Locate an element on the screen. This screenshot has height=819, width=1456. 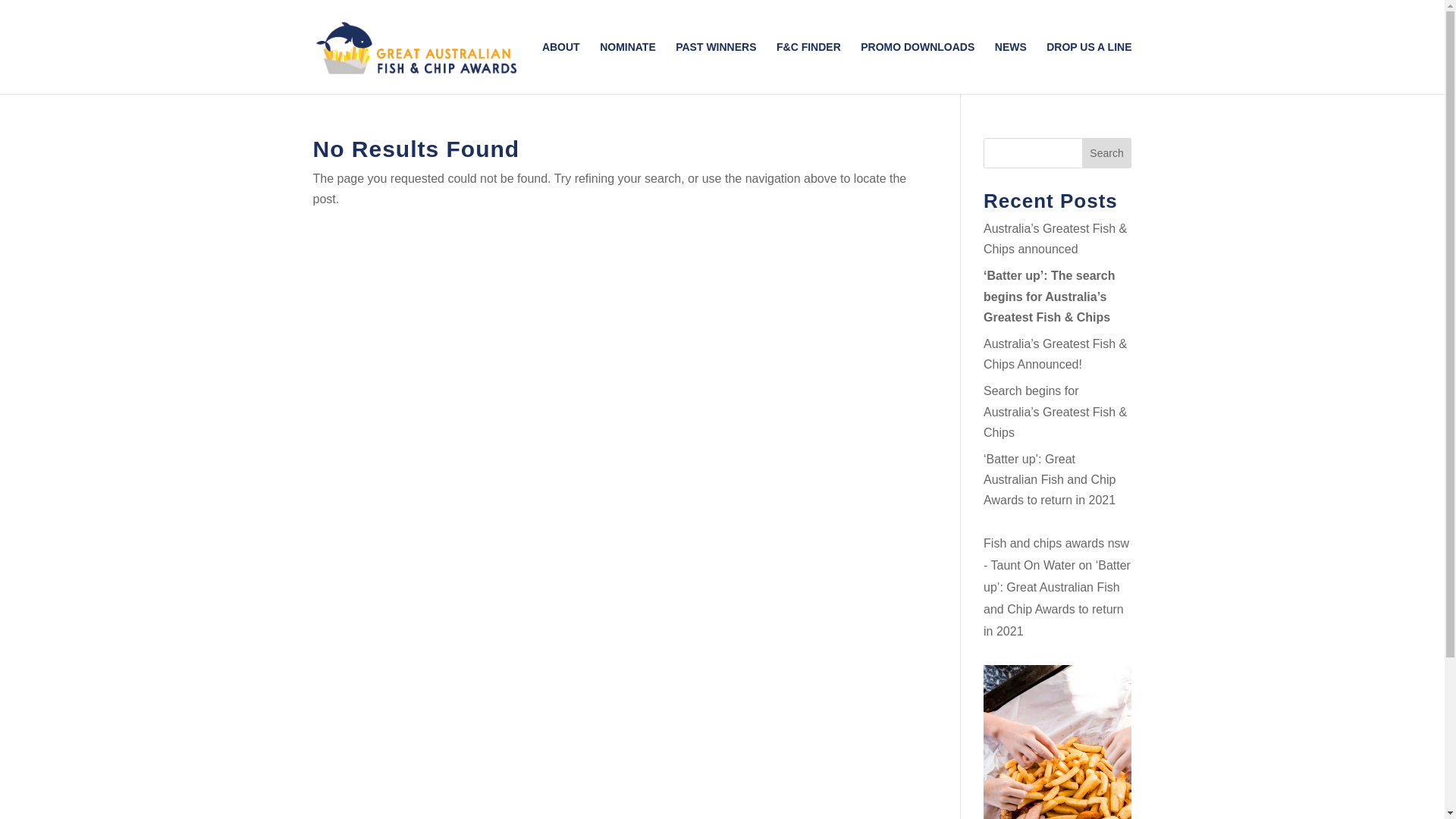
'PROMO DOWNLOADS' is located at coordinates (860, 67).